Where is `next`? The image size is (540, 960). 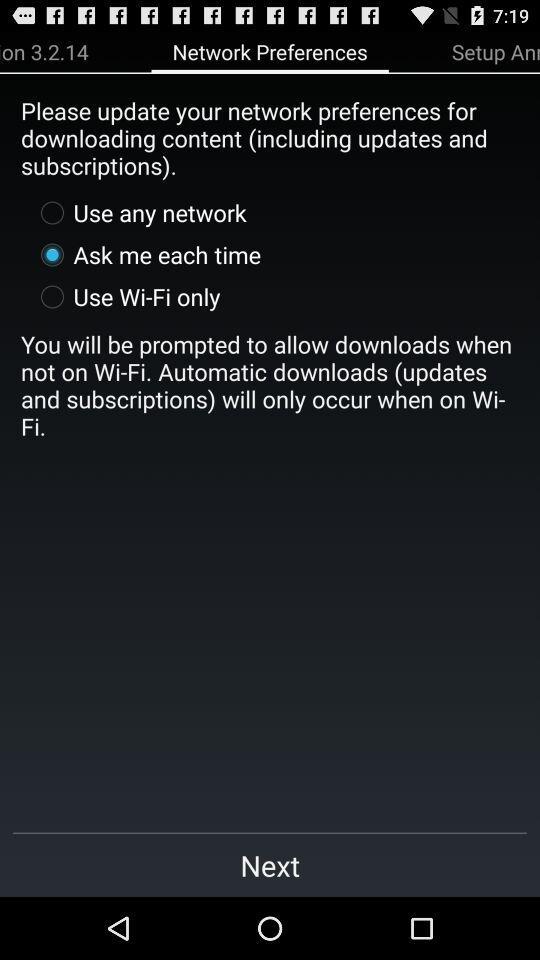 next is located at coordinates (270, 864).